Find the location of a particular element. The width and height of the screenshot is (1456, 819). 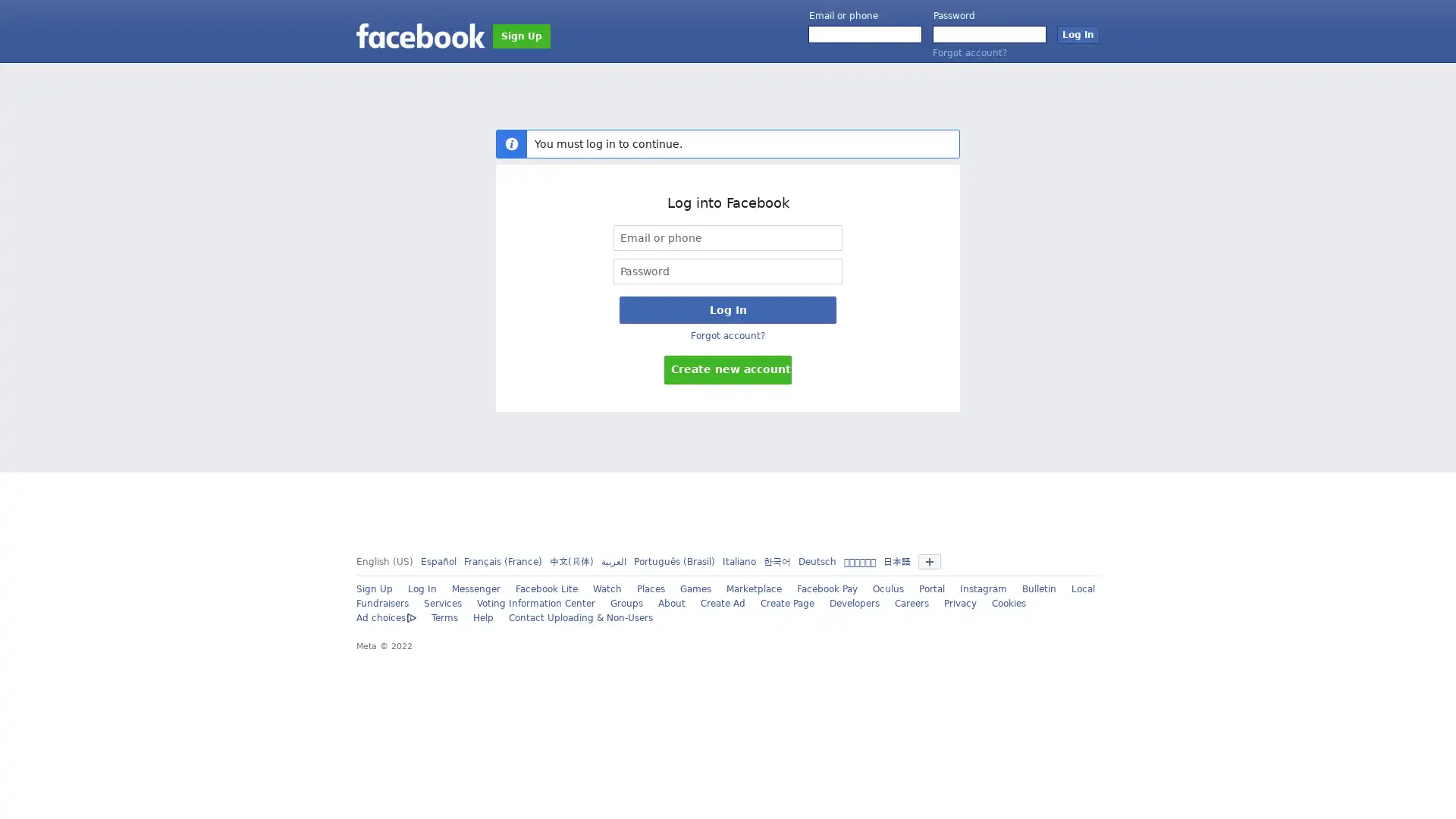

Show more languages is located at coordinates (927, 561).